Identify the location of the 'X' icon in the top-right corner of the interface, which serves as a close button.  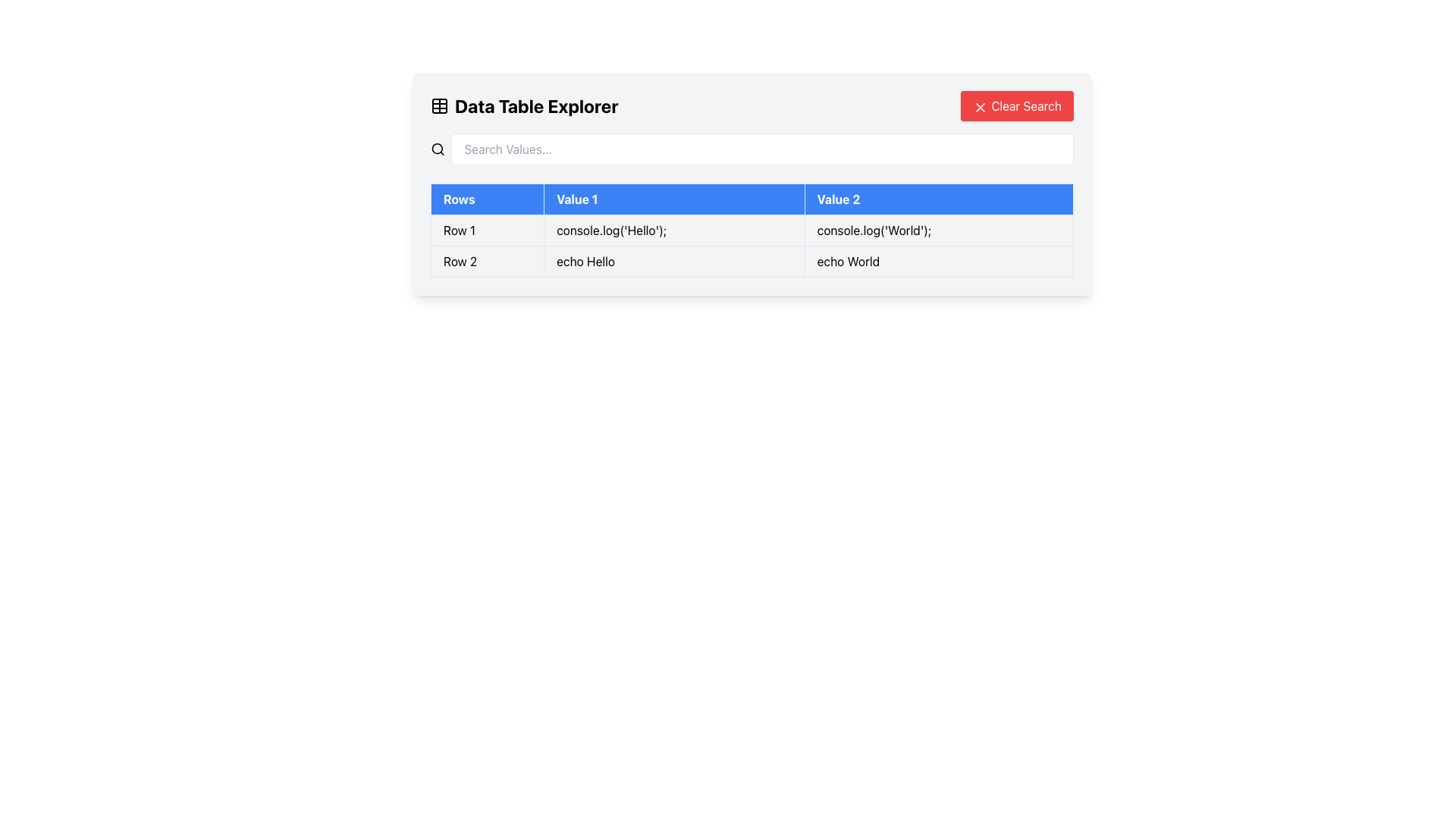
(981, 106).